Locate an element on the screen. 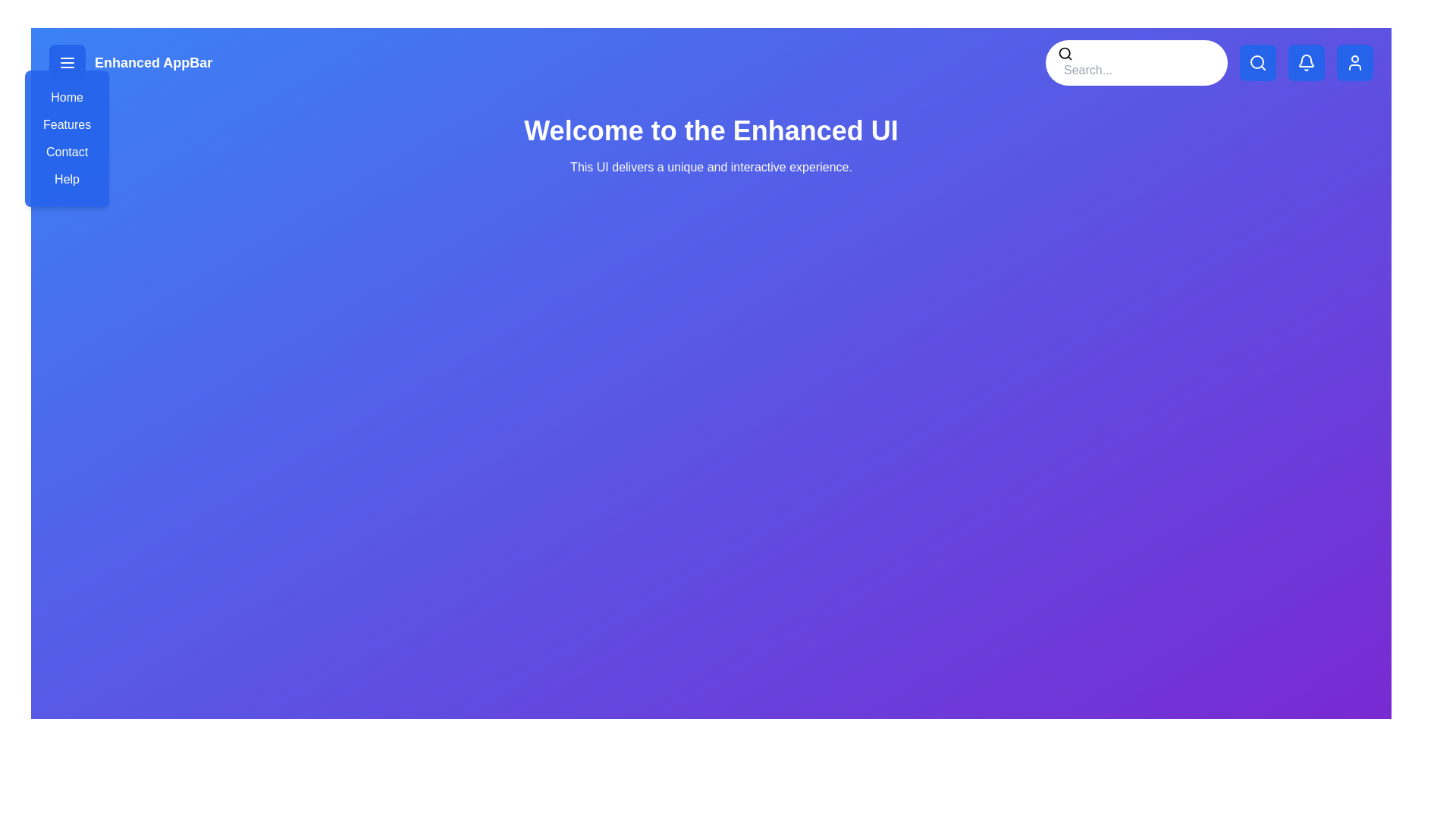 This screenshot has height=819, width=1456. the menu item labeled Features is located at coordinates (65, 124).